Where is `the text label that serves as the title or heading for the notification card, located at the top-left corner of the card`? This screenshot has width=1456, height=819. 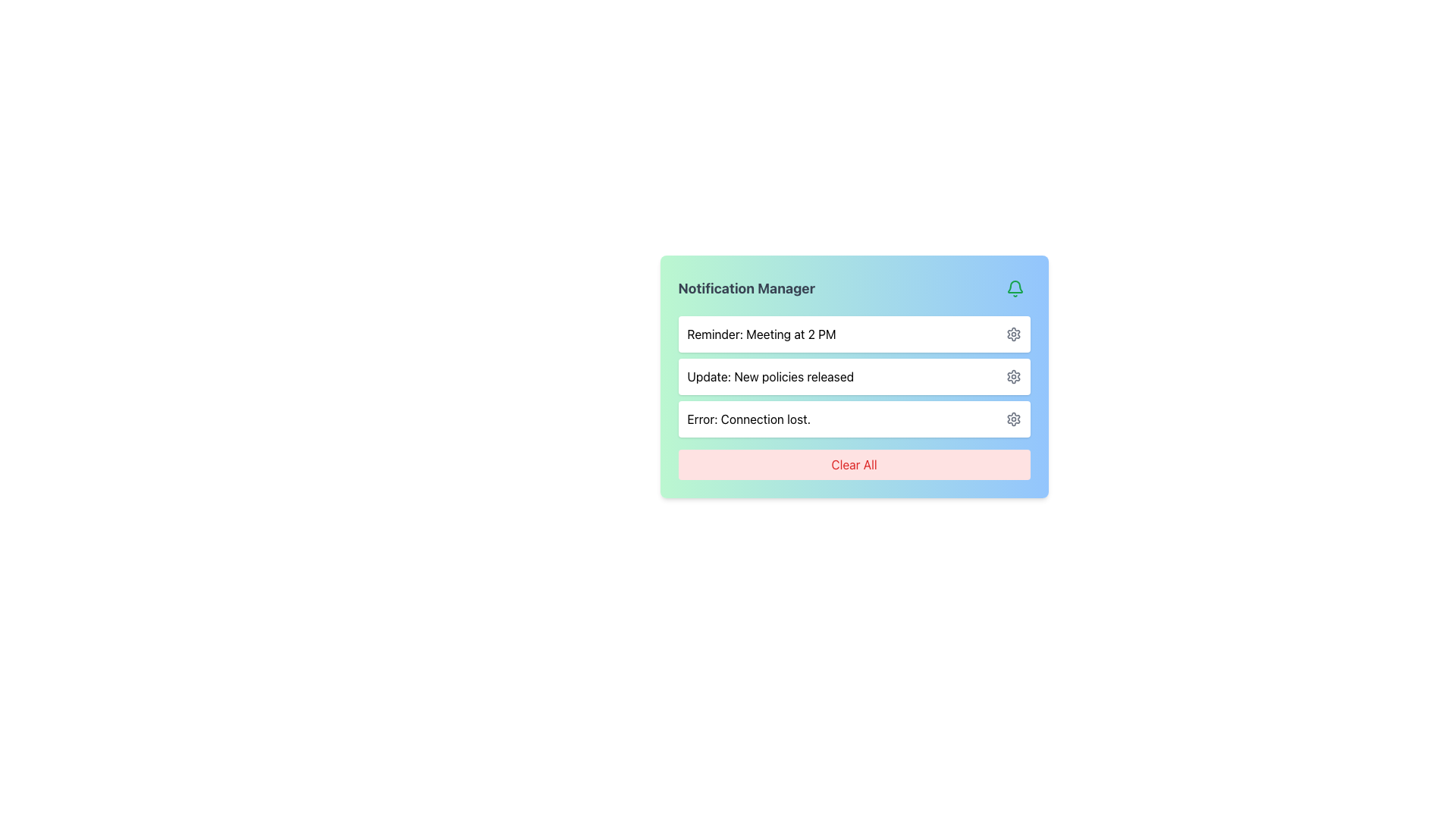
the text label that serves as the title or heading for the notification card, located at the top-left corner of the card is located at coordinates (746, 289).